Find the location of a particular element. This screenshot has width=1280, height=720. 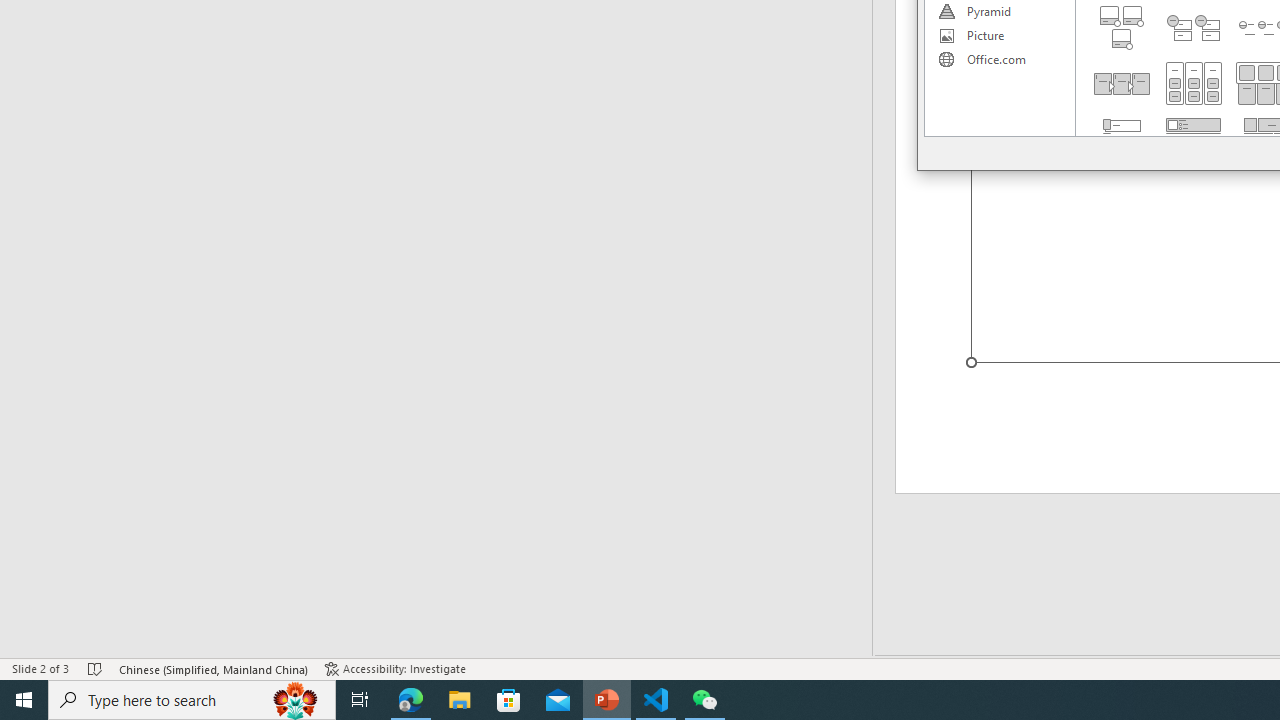

'Microsoft Edge - 1 running window' is located at coordinates (410, 698).